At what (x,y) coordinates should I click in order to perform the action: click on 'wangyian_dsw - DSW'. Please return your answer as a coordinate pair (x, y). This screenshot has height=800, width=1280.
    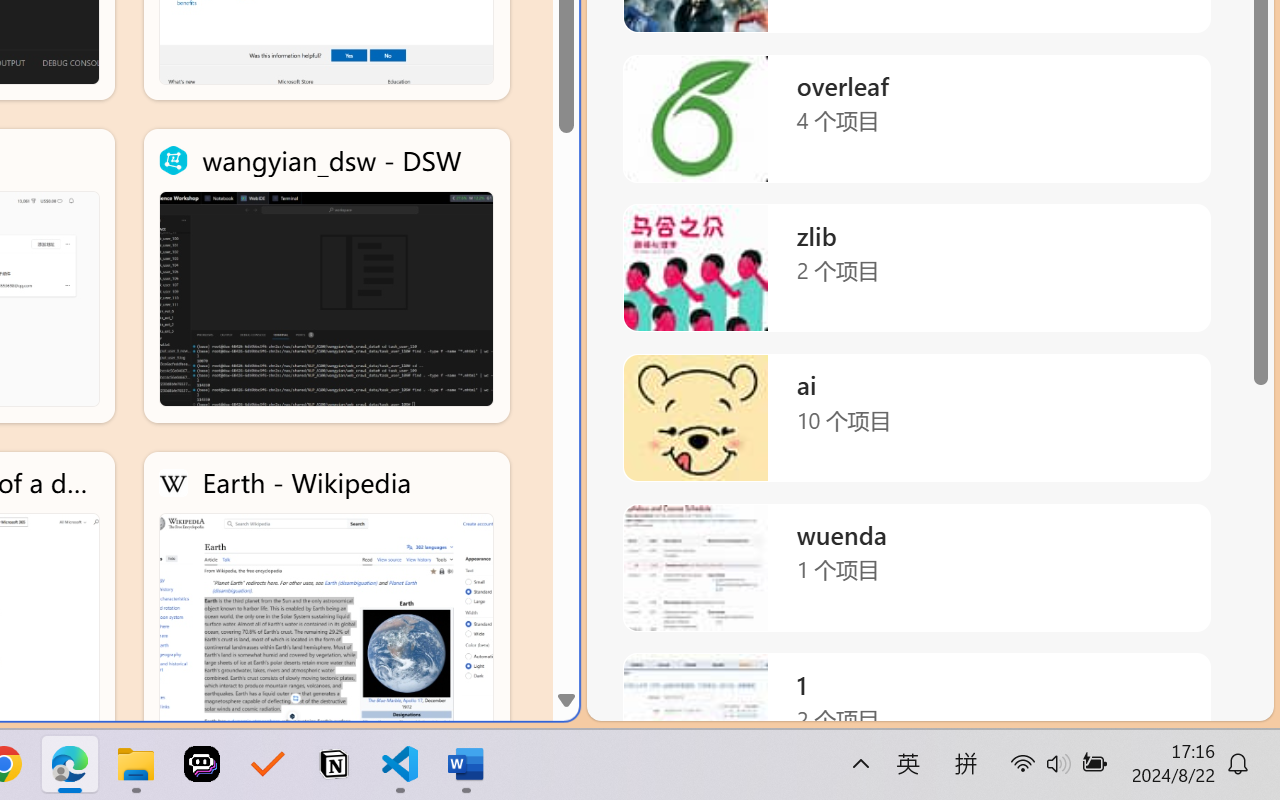
    Looking at the image, I should click on (326, 276).